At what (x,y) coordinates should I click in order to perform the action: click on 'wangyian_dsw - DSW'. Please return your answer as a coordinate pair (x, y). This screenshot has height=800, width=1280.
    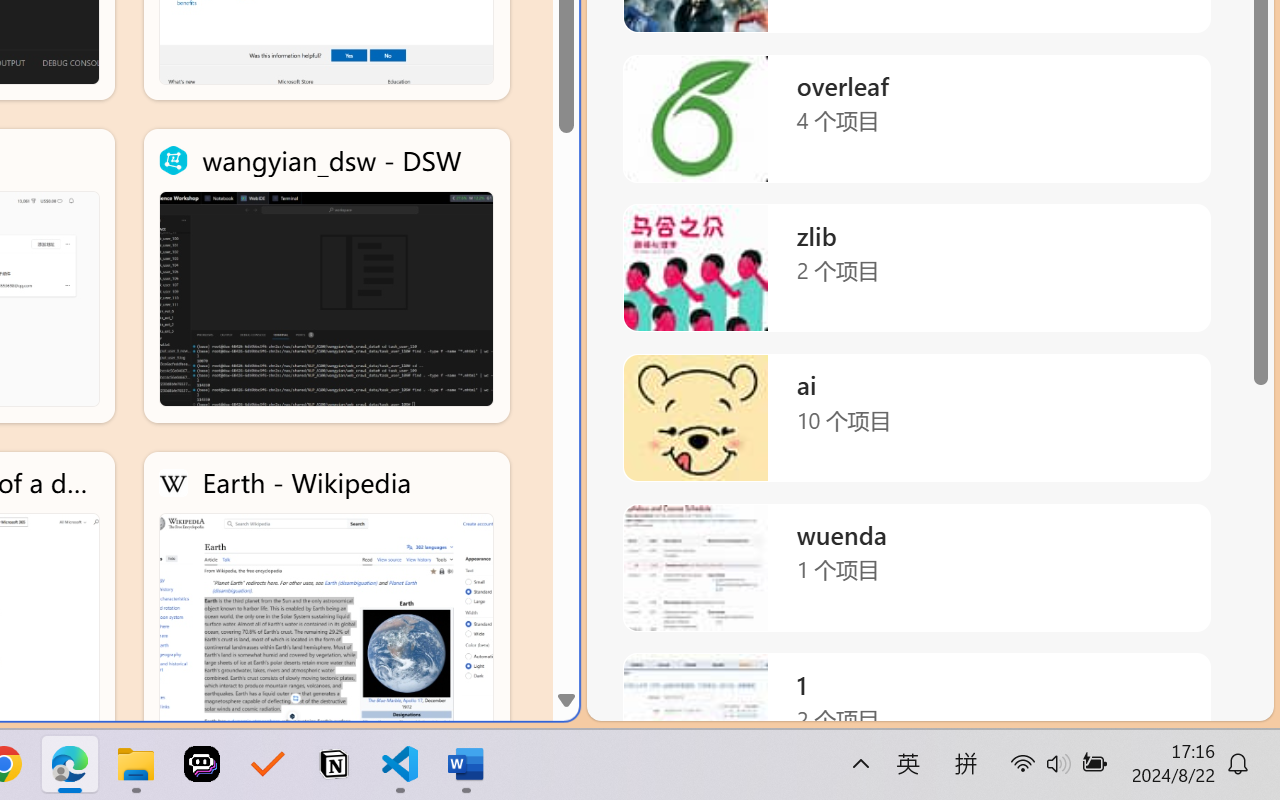
    Looking at the image, I should click on (326, 276).